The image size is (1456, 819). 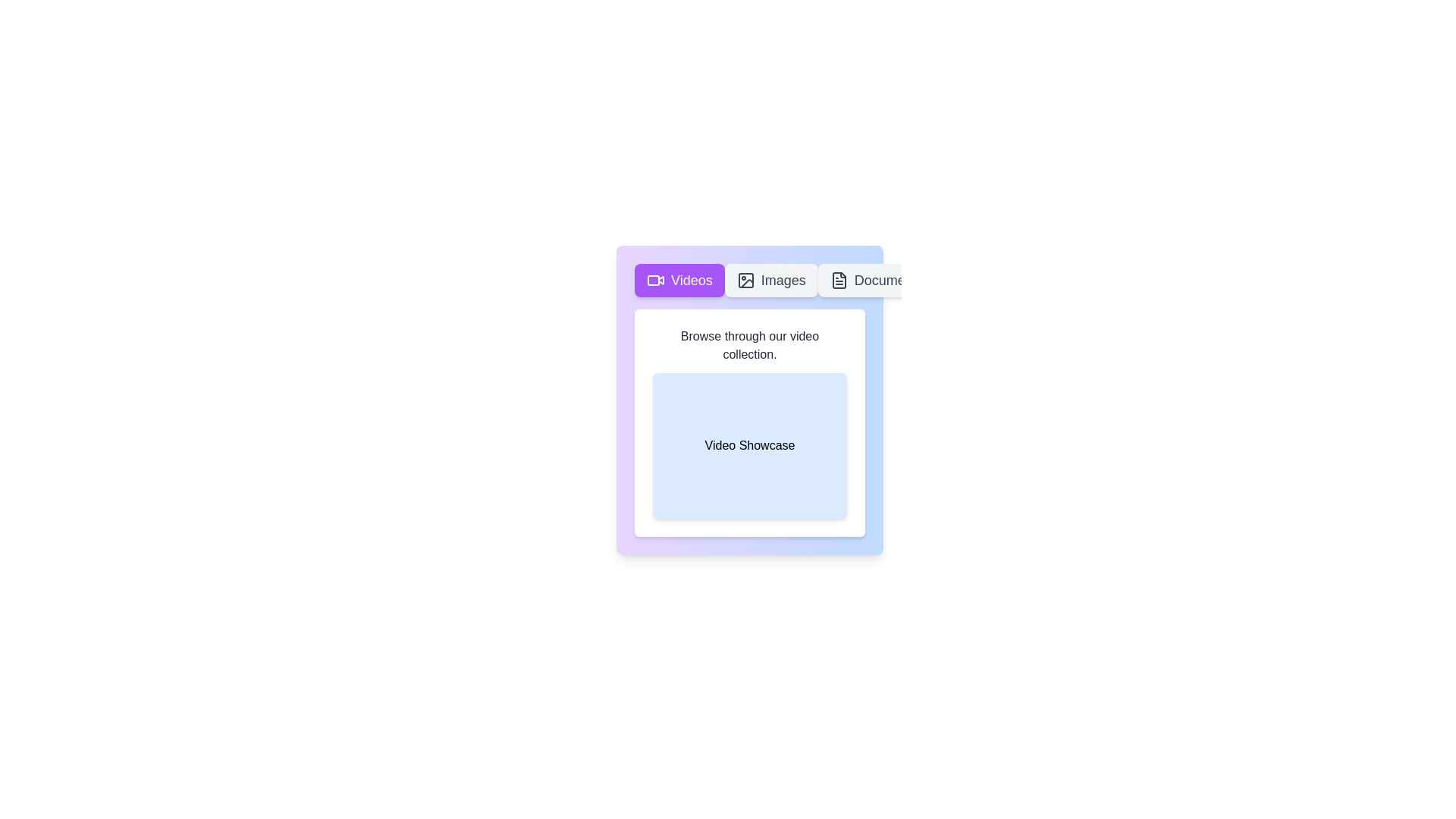 What do you see at coordinates (654, 281) in the screenshot?
I see `the purple rectangle with rounded corners located within the 'Videos' tab icon in the top-left section of the interface` at bounding box center [654, 281].